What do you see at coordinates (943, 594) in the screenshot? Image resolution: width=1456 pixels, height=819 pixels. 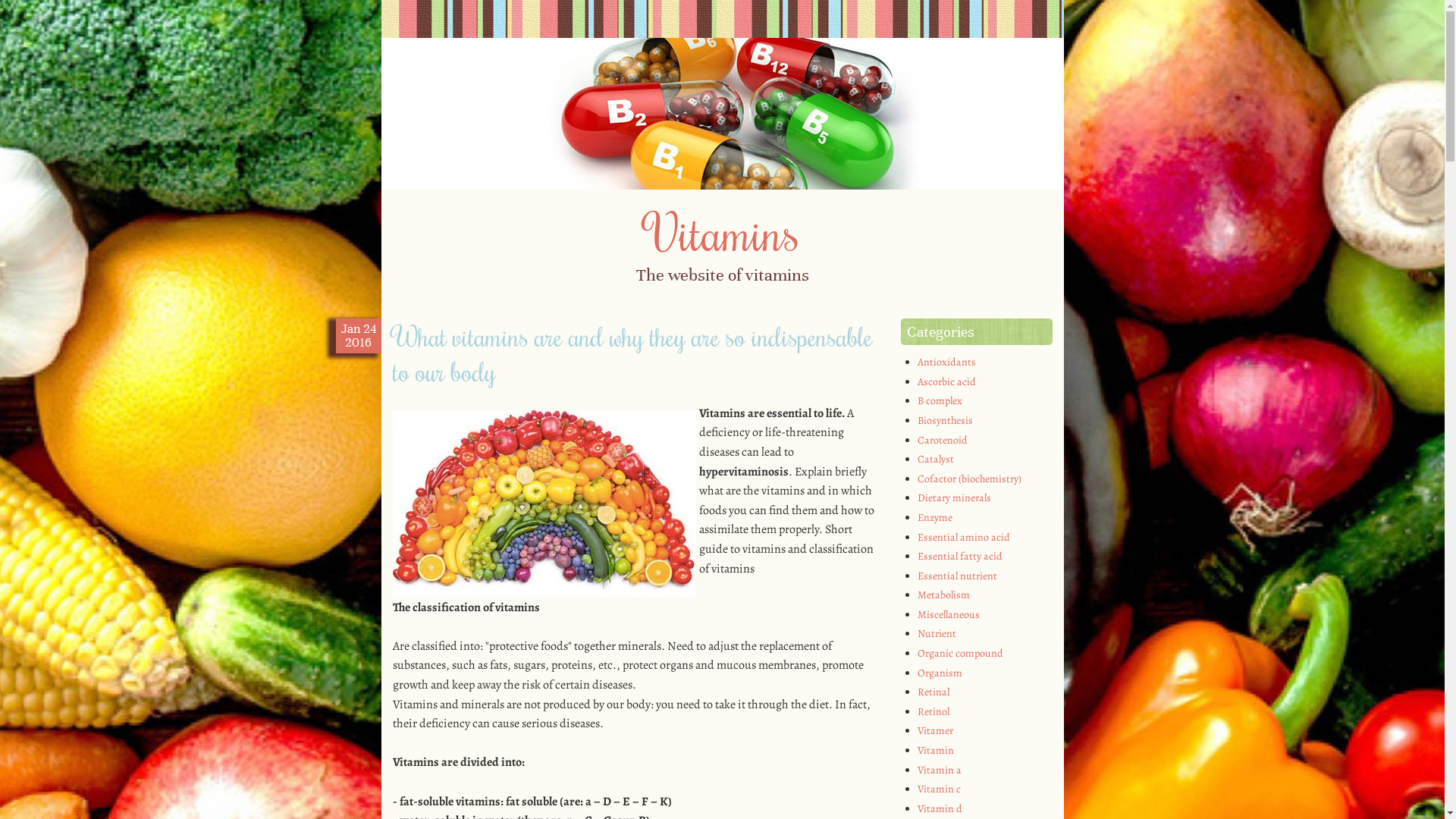 I see `'Metabolism'` at bounding box center [943, 594].